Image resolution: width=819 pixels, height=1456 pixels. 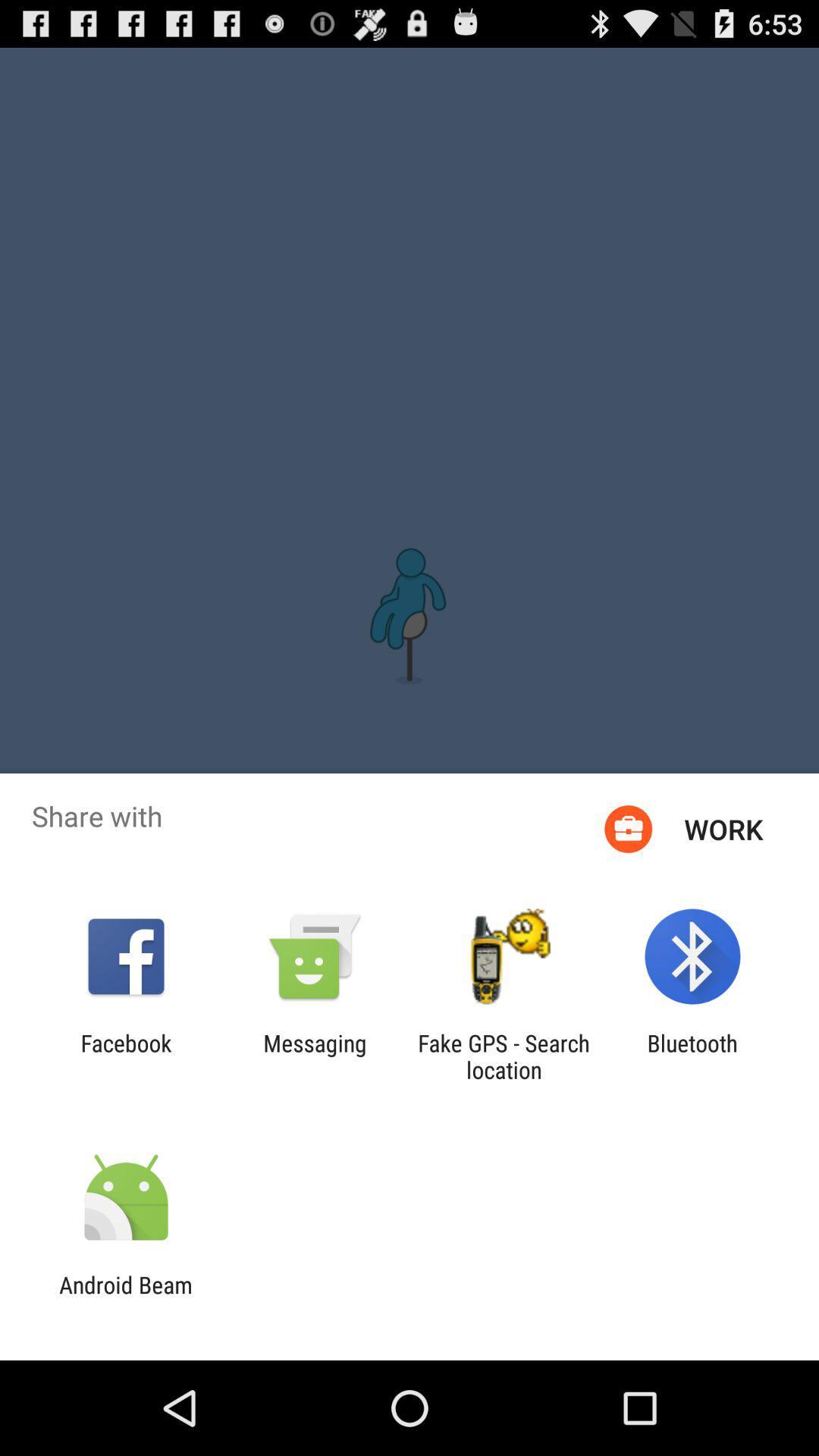 What do you see at coordinates (504, 1056) in the screenshot?
I see `the fake gps search app` at bounding box center [504, 1056].